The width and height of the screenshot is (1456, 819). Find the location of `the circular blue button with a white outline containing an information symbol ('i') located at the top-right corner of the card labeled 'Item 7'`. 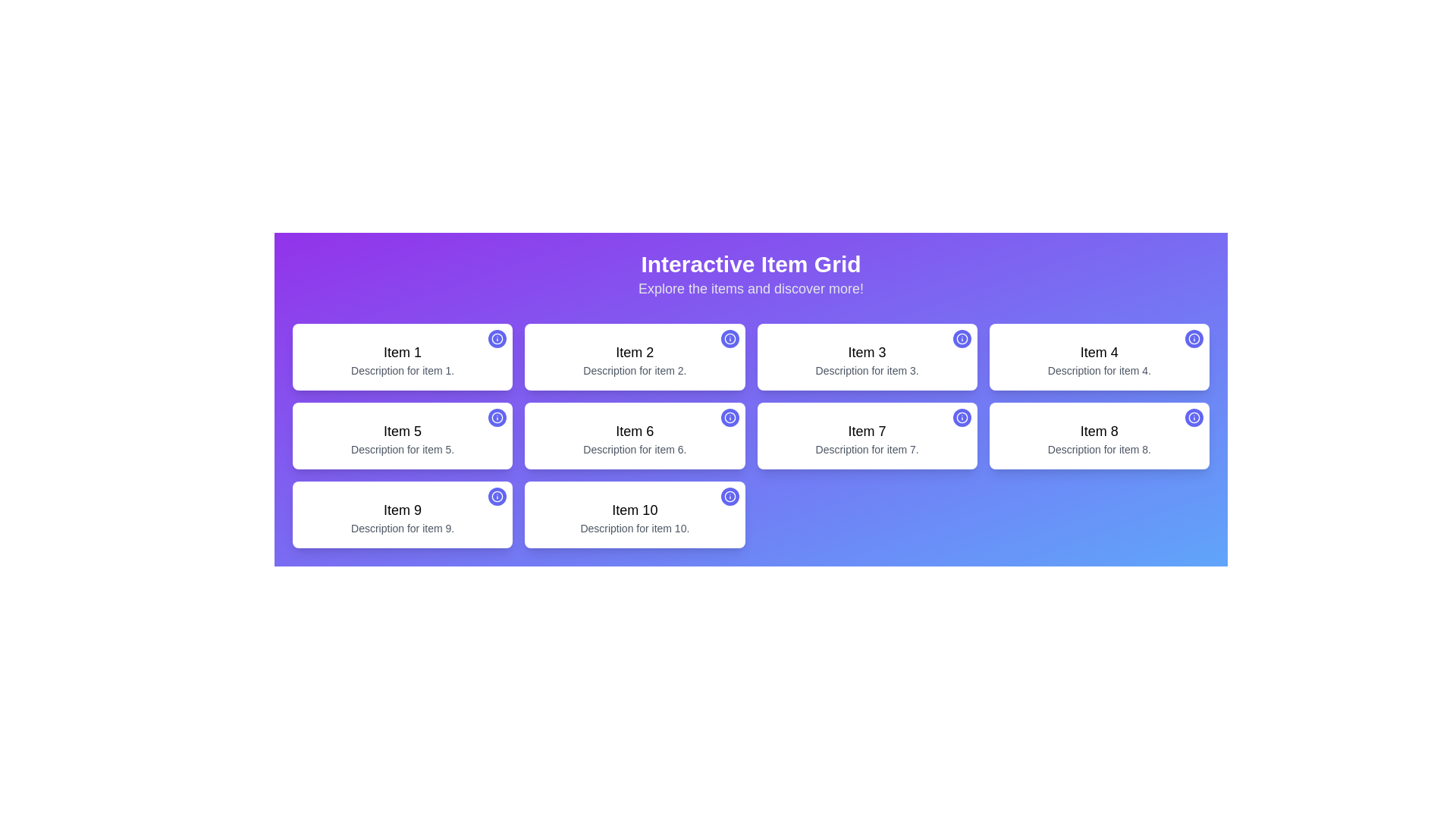

the circular blue button with a white outline containing an information symbol ('i') located at the top-right corner of the card labeled 'Item 7' is located at coordinates (961, 418).